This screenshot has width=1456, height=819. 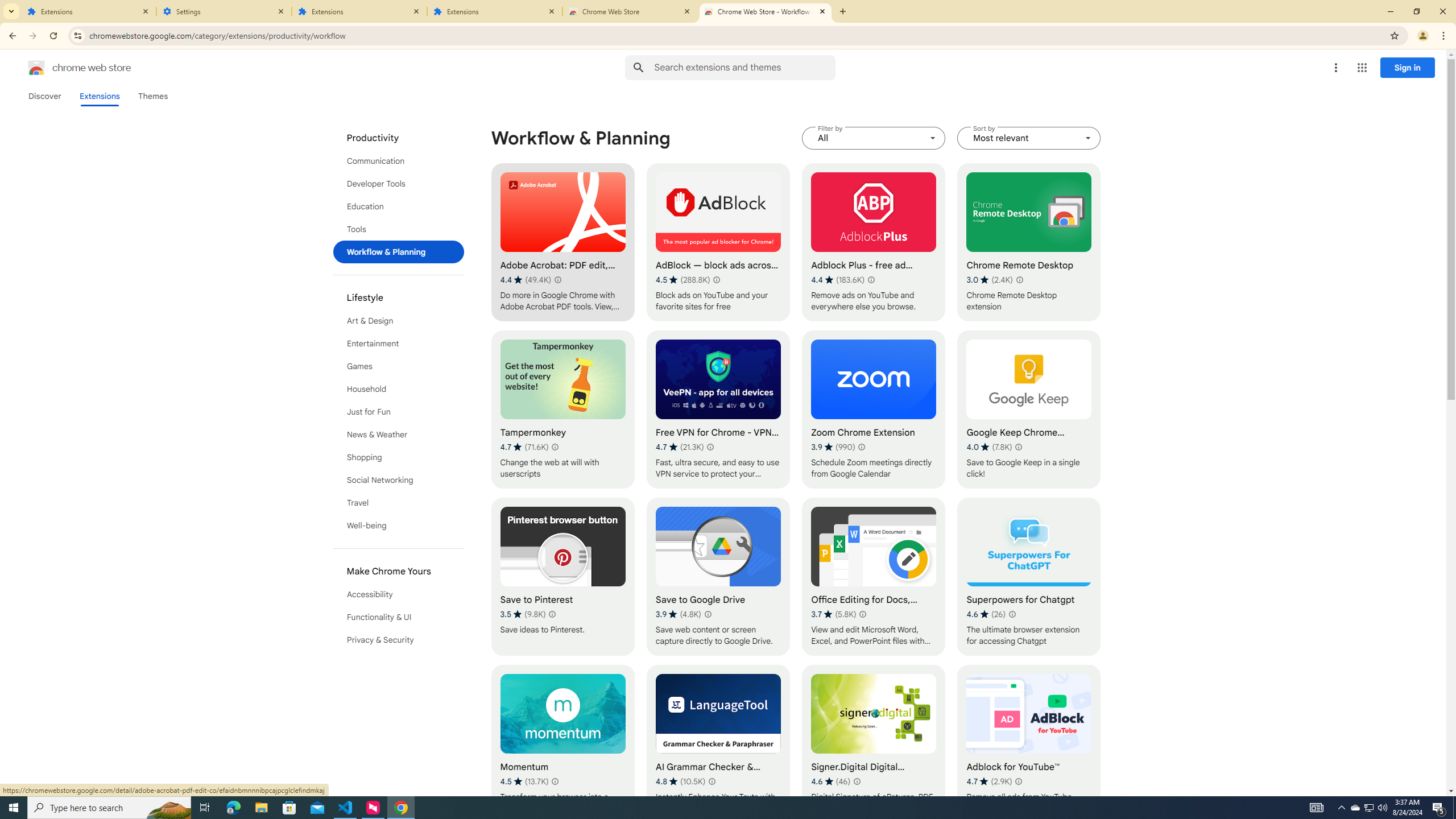 What do you see at coordinates (1028, 409) in the screenshot?
I see `'Google Keep Chrome Extension'` at bounding box center [1028, 409].